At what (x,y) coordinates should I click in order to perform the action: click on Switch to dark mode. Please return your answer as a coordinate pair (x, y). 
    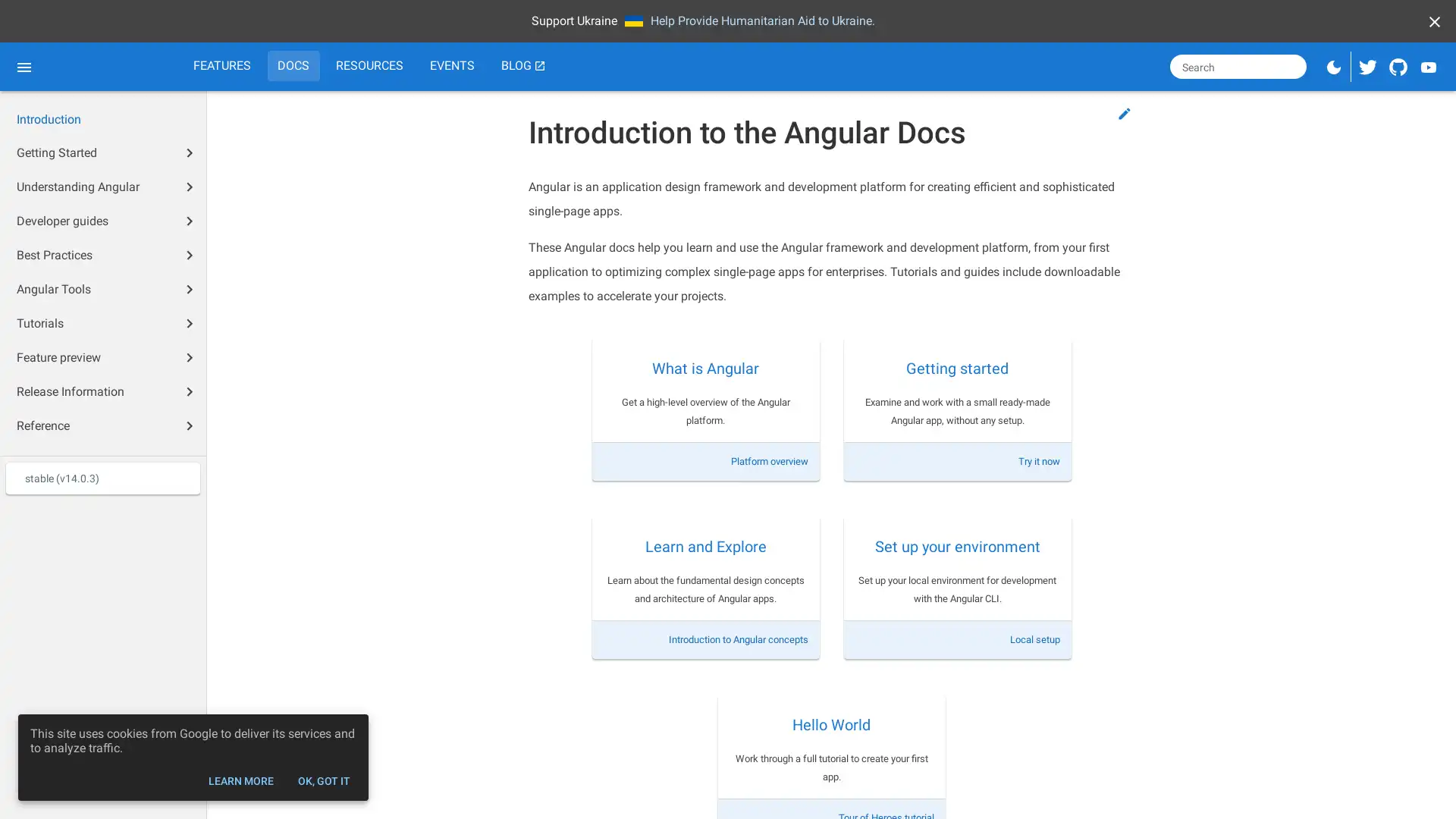
    Looking at the image, I should click on (1332, 66).